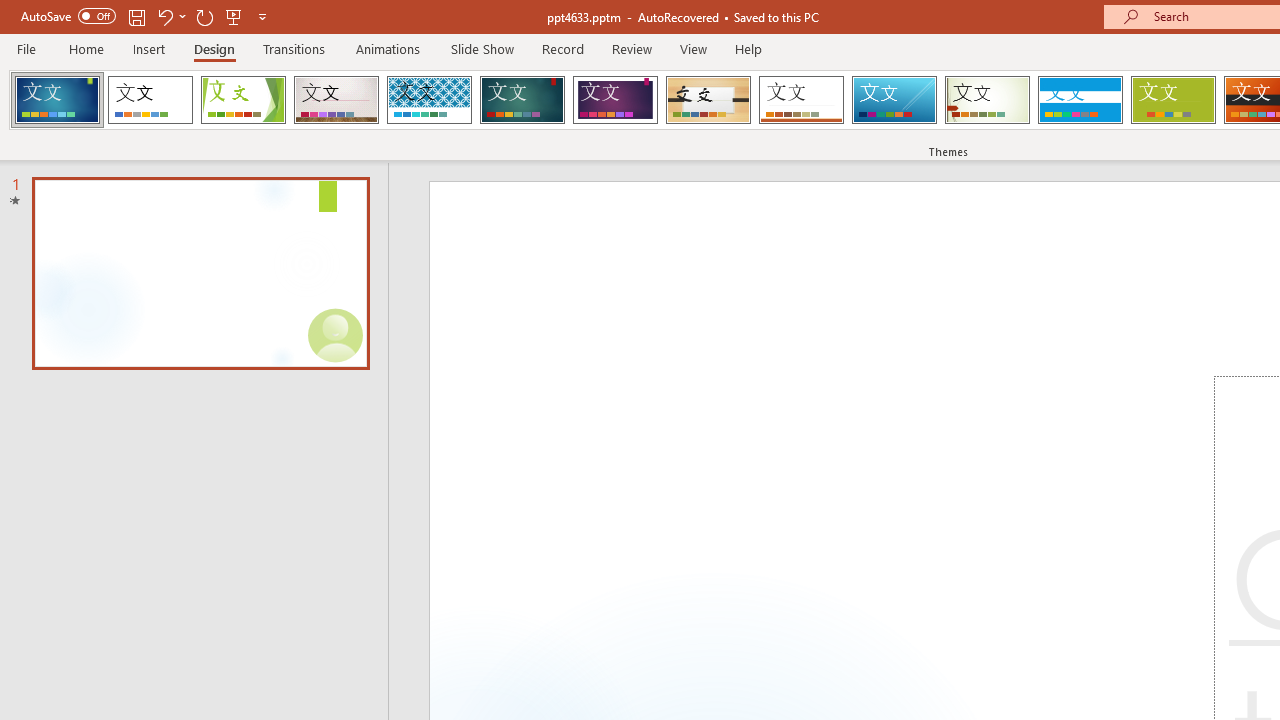  What do you see at coordinates (149, 100) in the screenshot?
I see `'Office Theme'` at bounding box center [149, 100].